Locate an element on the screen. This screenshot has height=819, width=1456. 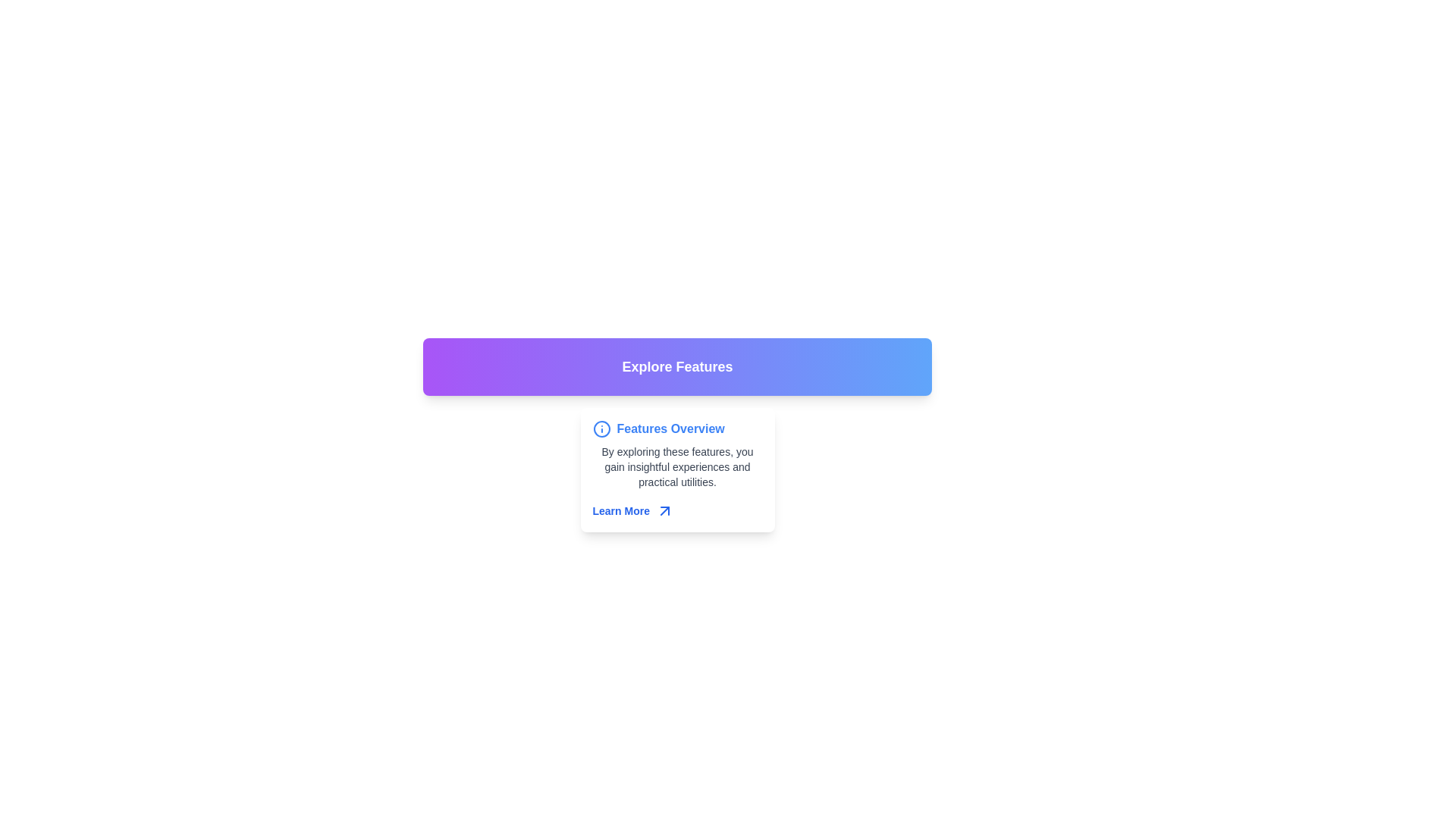
the 'Explore Features' button-like text element to observe the hover color effect changing it to gray is located at coordinates (676, 366).